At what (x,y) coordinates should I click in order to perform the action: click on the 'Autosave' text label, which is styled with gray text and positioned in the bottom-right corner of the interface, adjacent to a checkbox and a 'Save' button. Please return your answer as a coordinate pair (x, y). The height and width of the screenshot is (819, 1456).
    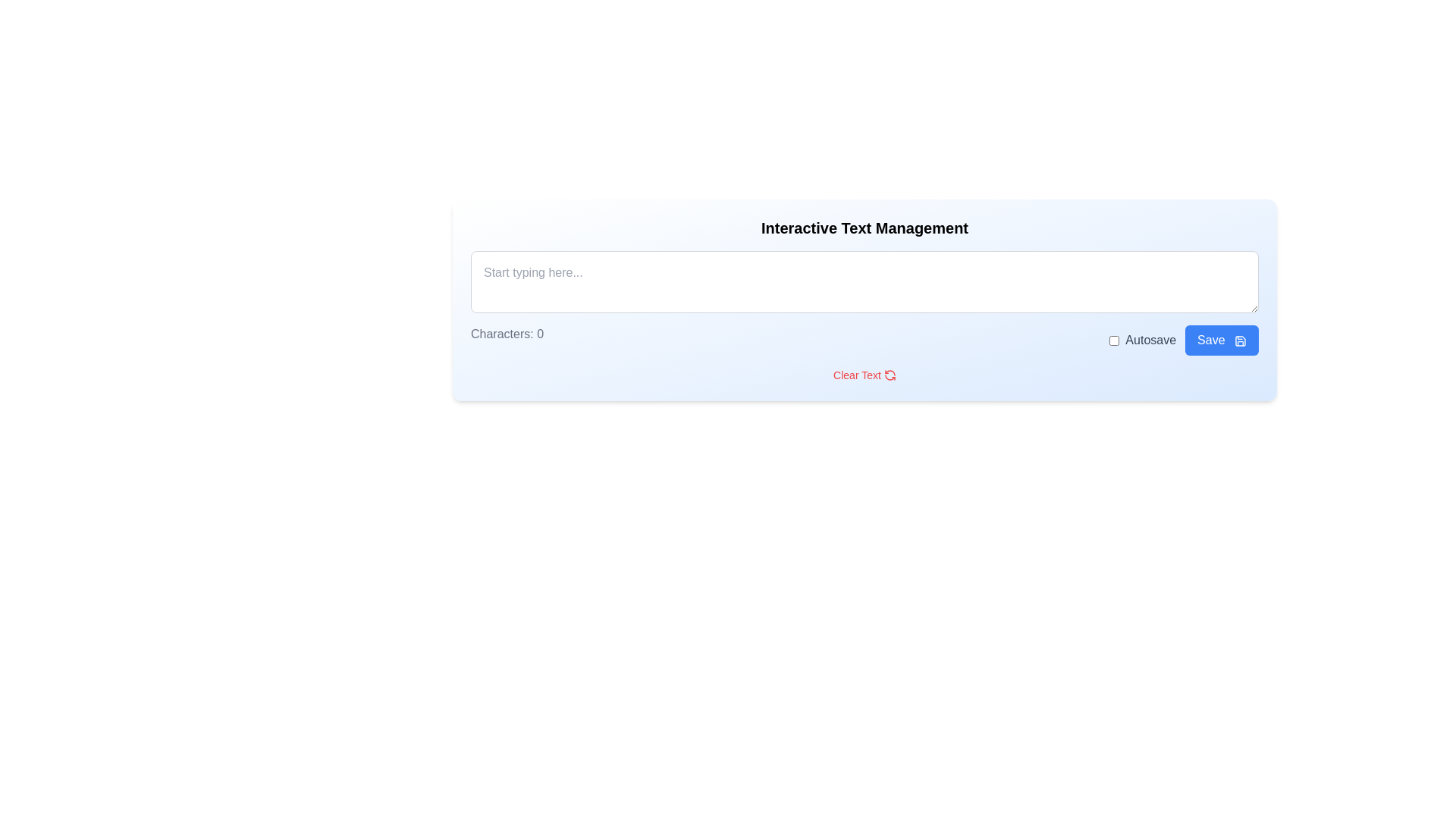
    Looking at the image, I should click on (1143, 339).